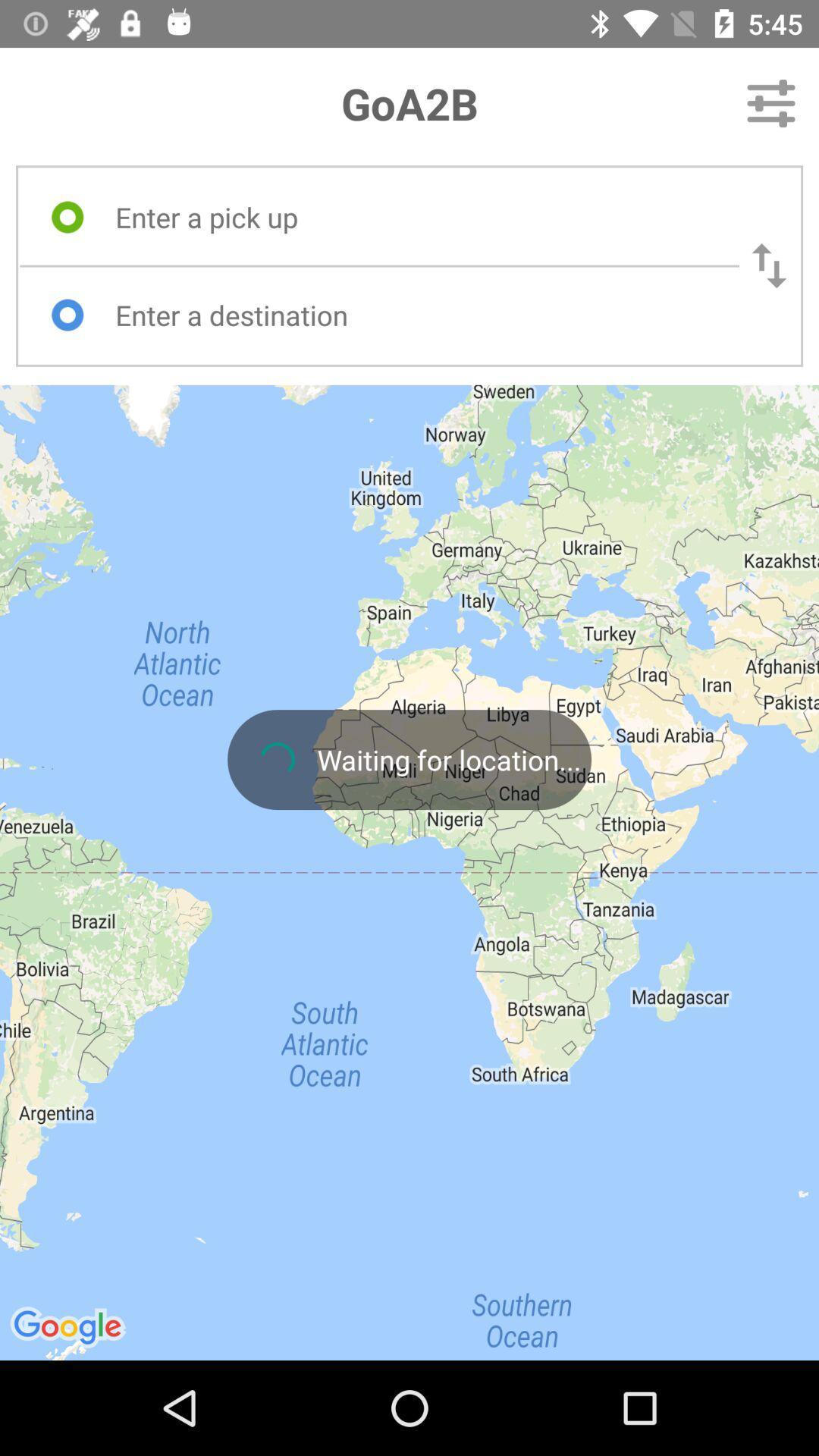  What do you see at coordinates (413, 314) in the screenshot?
I see `text` at bounding box center [413, 314].